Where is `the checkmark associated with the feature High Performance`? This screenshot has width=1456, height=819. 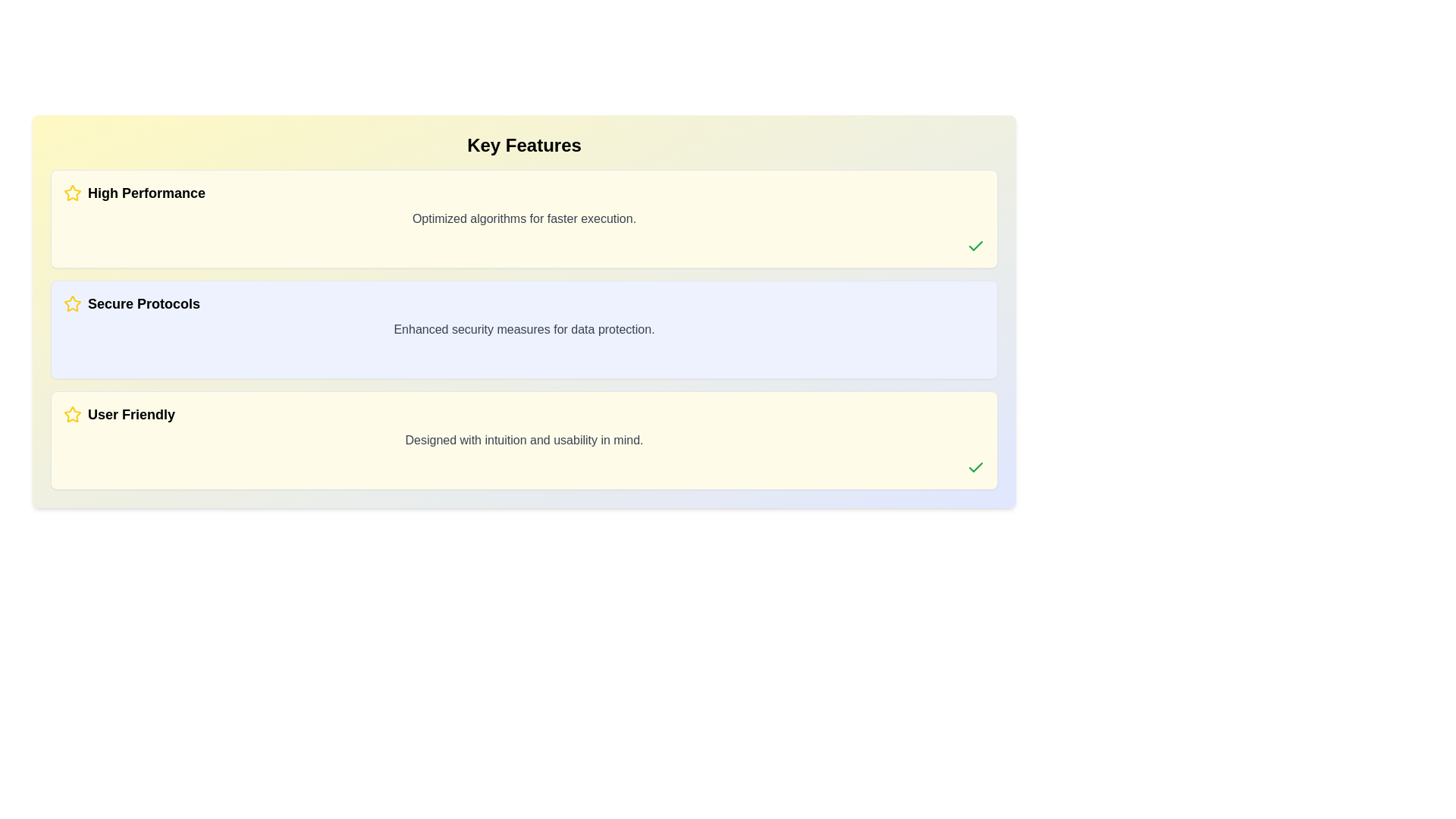 the checkmark associated with the feature High Performance is located at coordinates (975, 245).